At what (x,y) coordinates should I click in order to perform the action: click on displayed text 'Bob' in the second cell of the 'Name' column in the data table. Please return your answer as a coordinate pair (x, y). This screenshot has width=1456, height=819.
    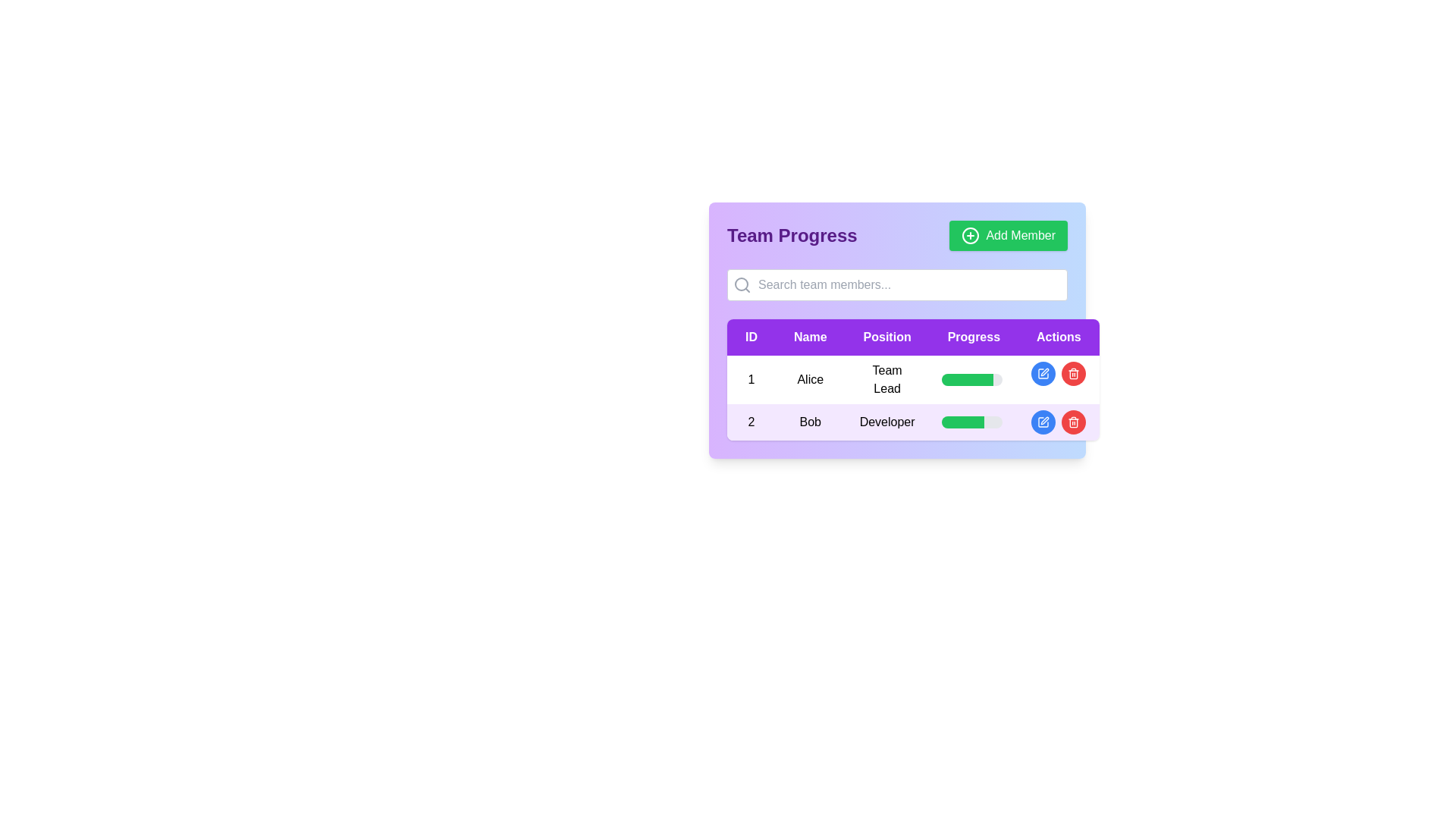
    Looking at the image, I should click on (809, 422).